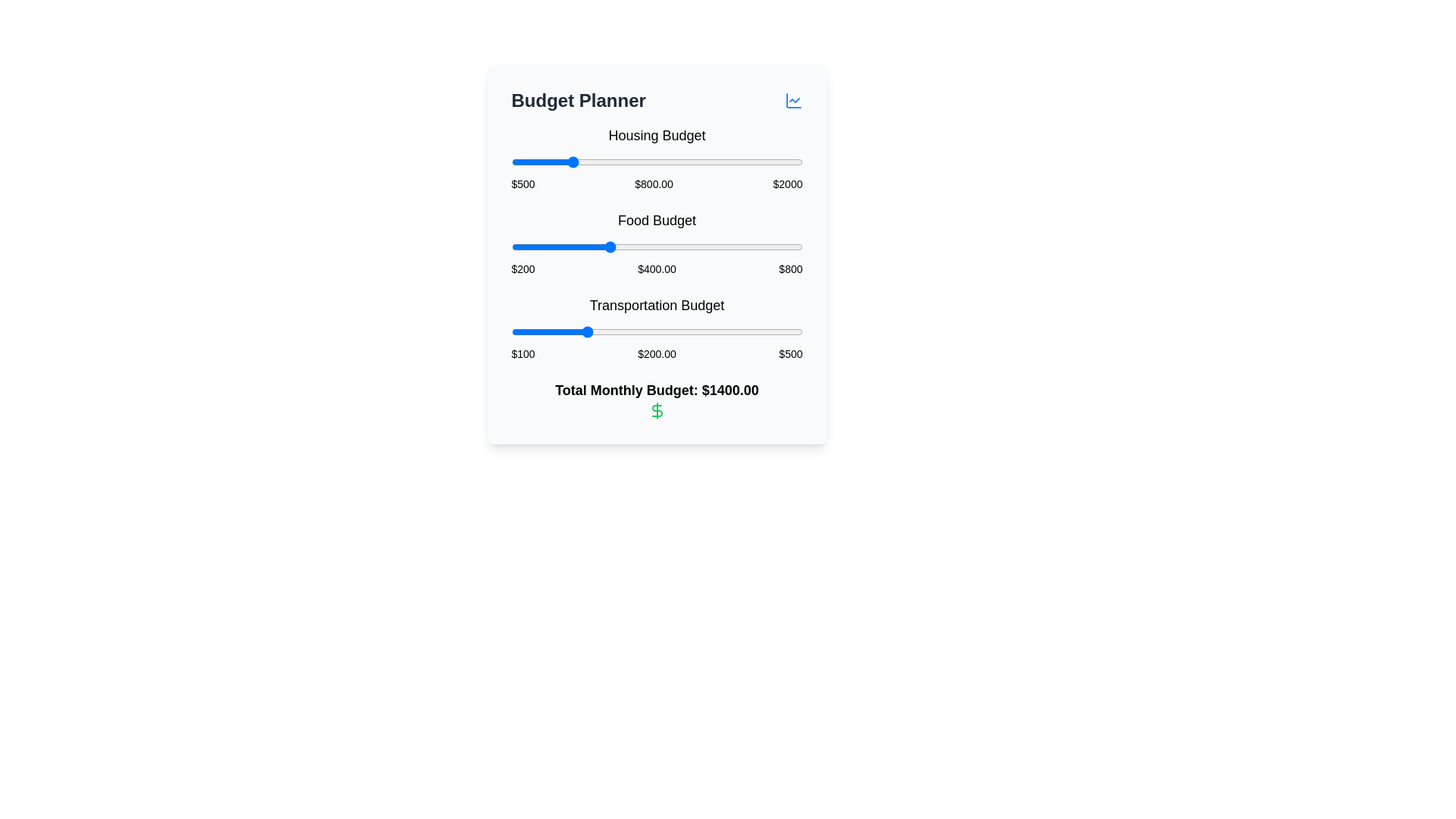 The width and height of the screenshot is (1456, 819). I want to click on the transportation budget, so click(714, 331).